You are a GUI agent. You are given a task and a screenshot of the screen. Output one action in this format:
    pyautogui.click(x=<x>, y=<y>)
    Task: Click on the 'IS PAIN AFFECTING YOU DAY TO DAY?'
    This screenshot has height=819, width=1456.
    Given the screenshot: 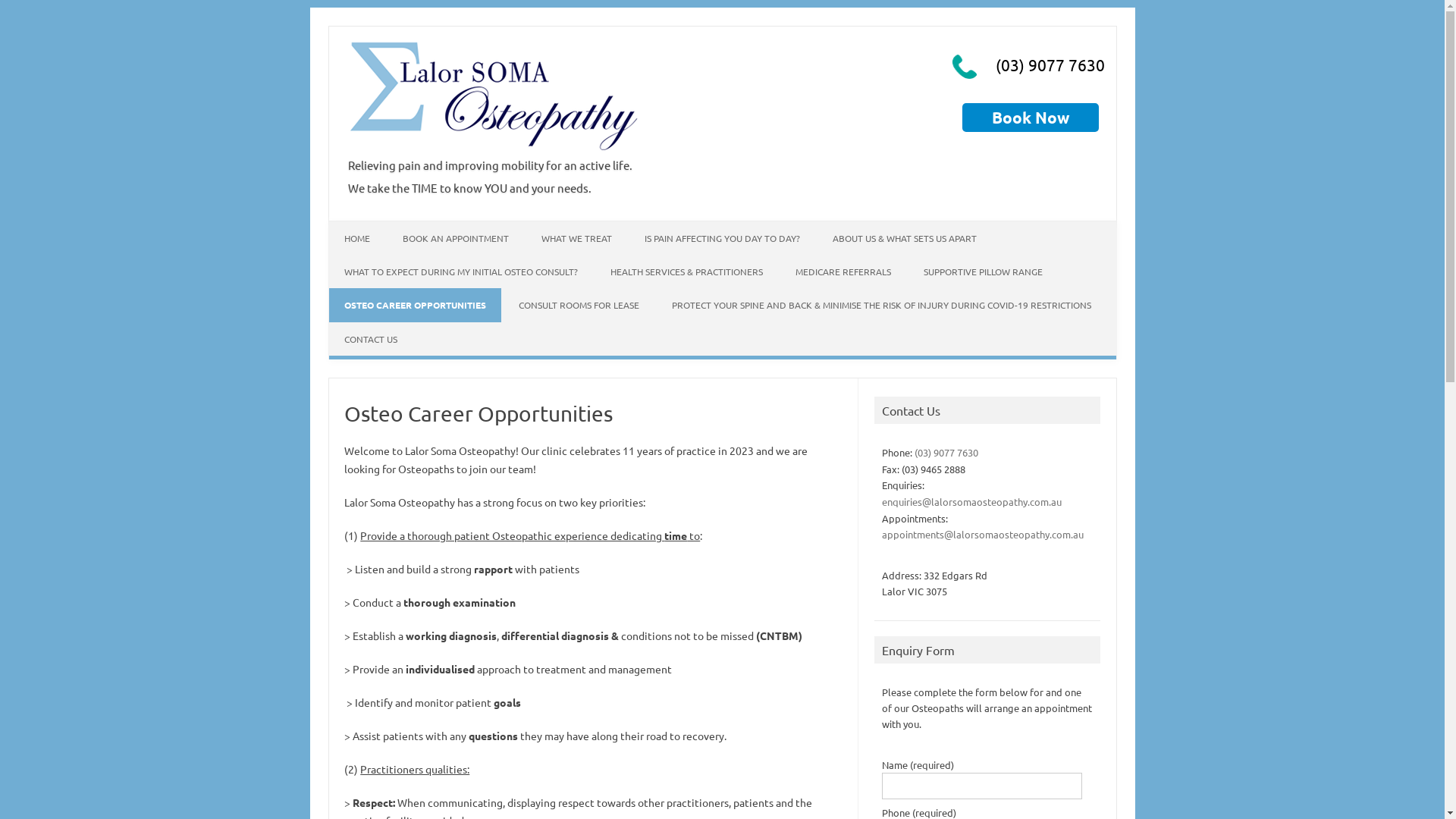 What is the action you would take?
    pyautogui.click(x=721, y=237)
    